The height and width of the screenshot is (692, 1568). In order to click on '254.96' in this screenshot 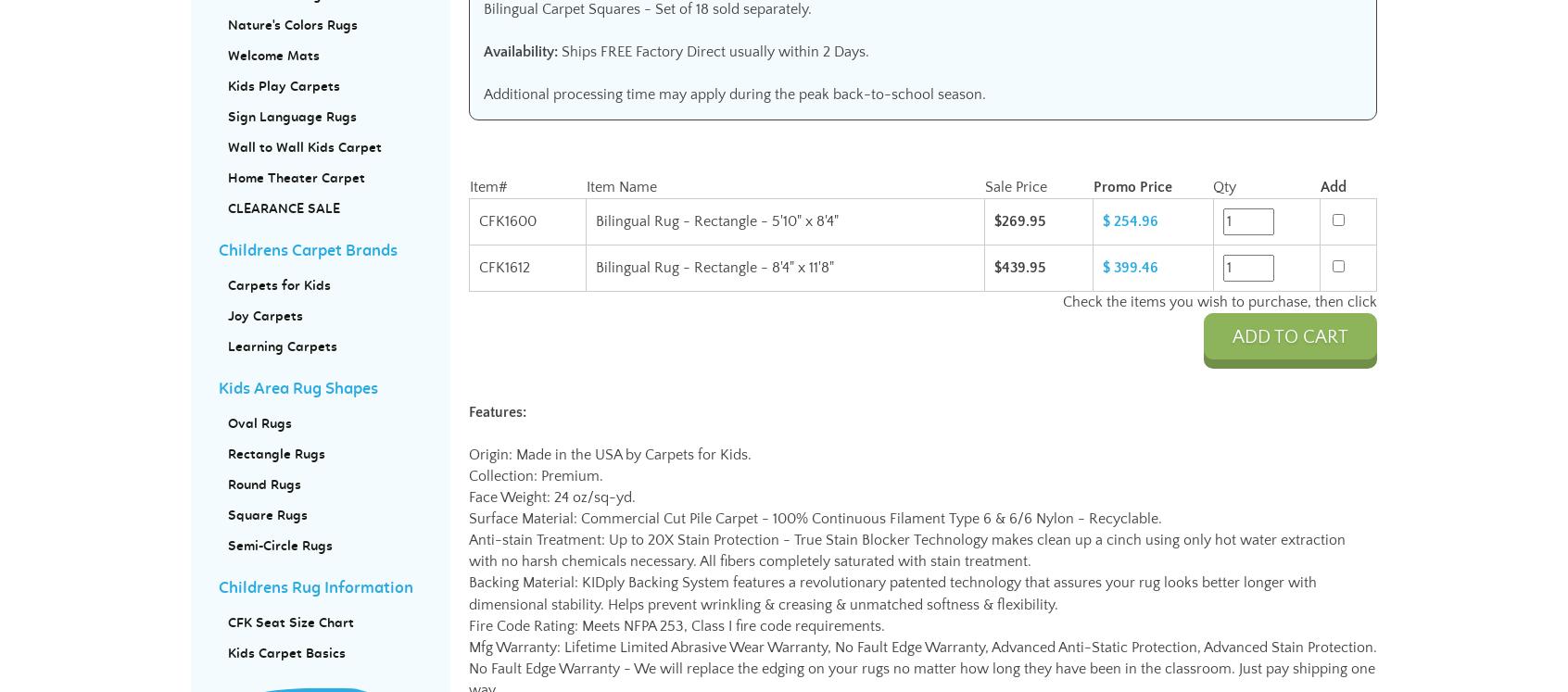, I will do `click(1136, 220)`.